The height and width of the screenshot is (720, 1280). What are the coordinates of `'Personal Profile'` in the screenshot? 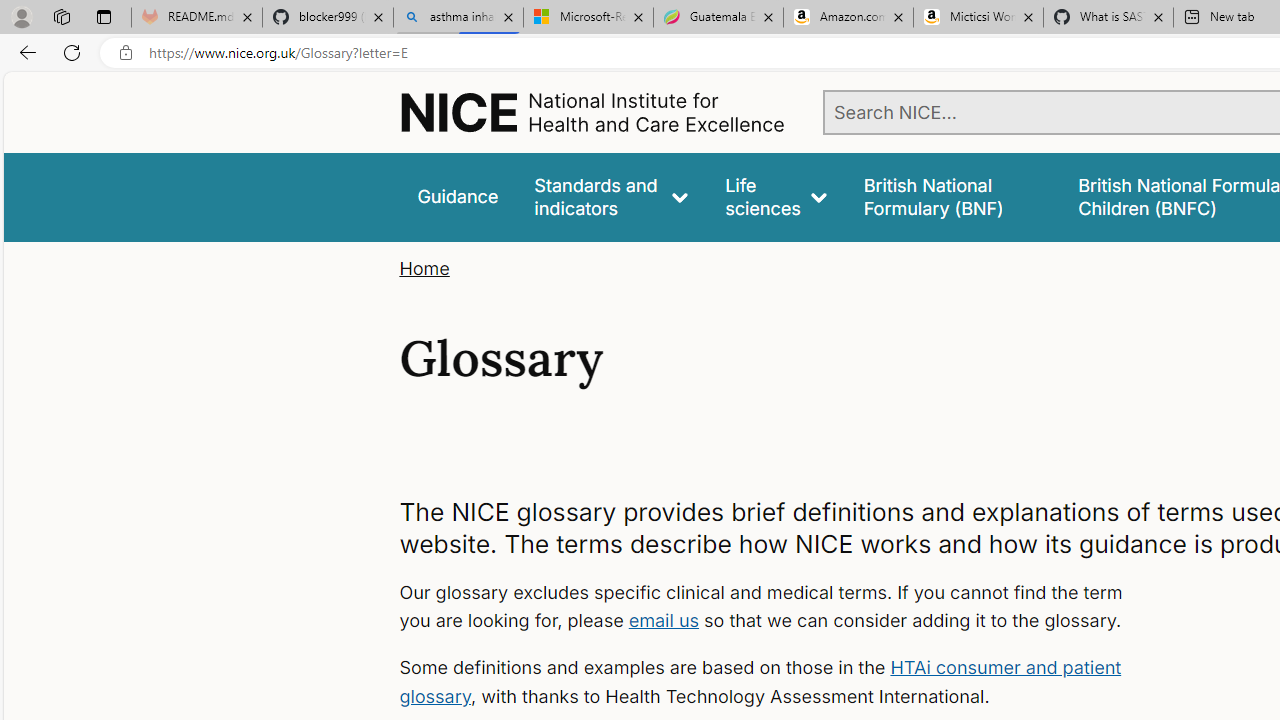 It's located at (21, 16).